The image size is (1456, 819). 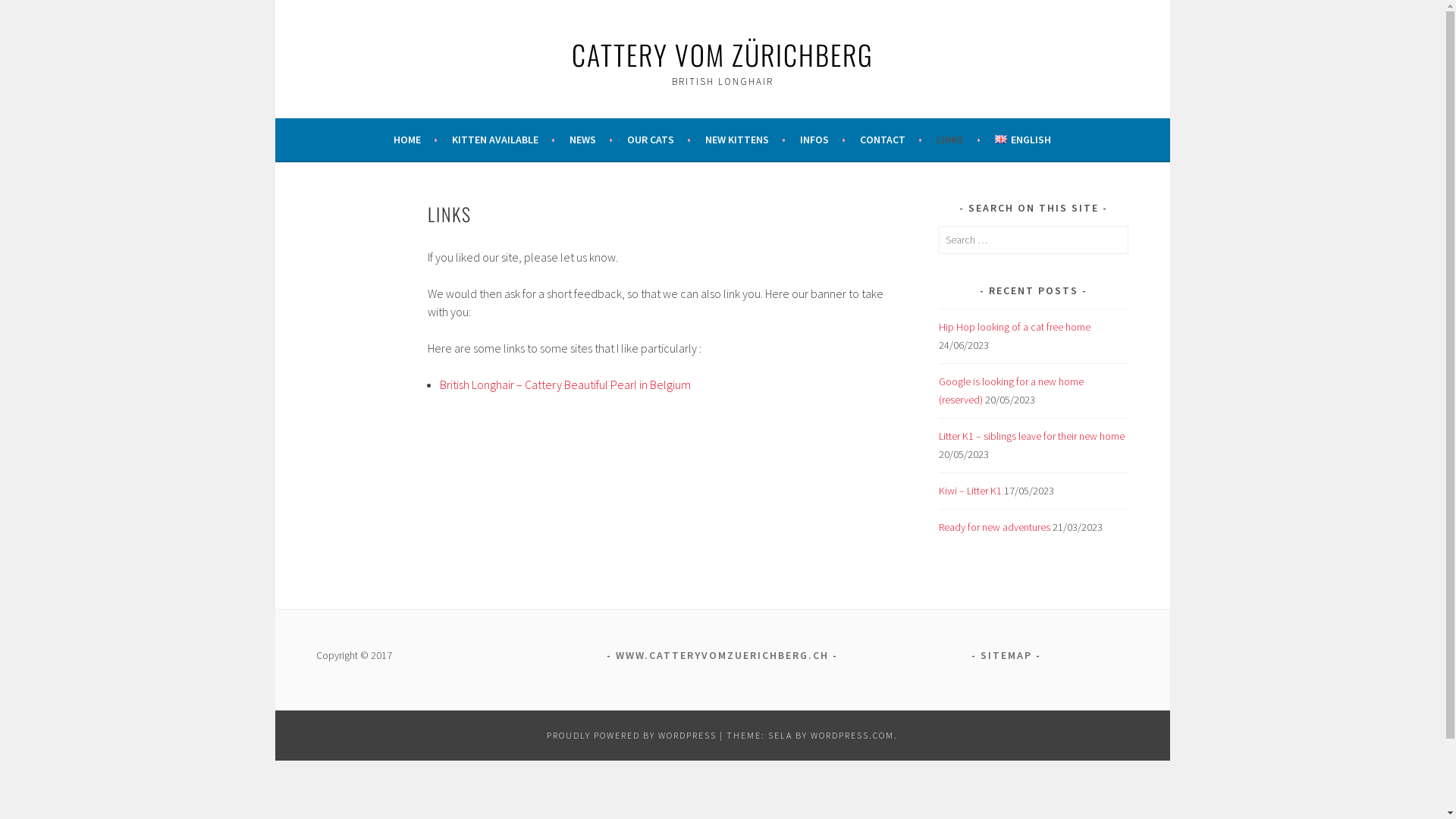 I want to click on 'ENGLISH', so click(x=994, y=140).